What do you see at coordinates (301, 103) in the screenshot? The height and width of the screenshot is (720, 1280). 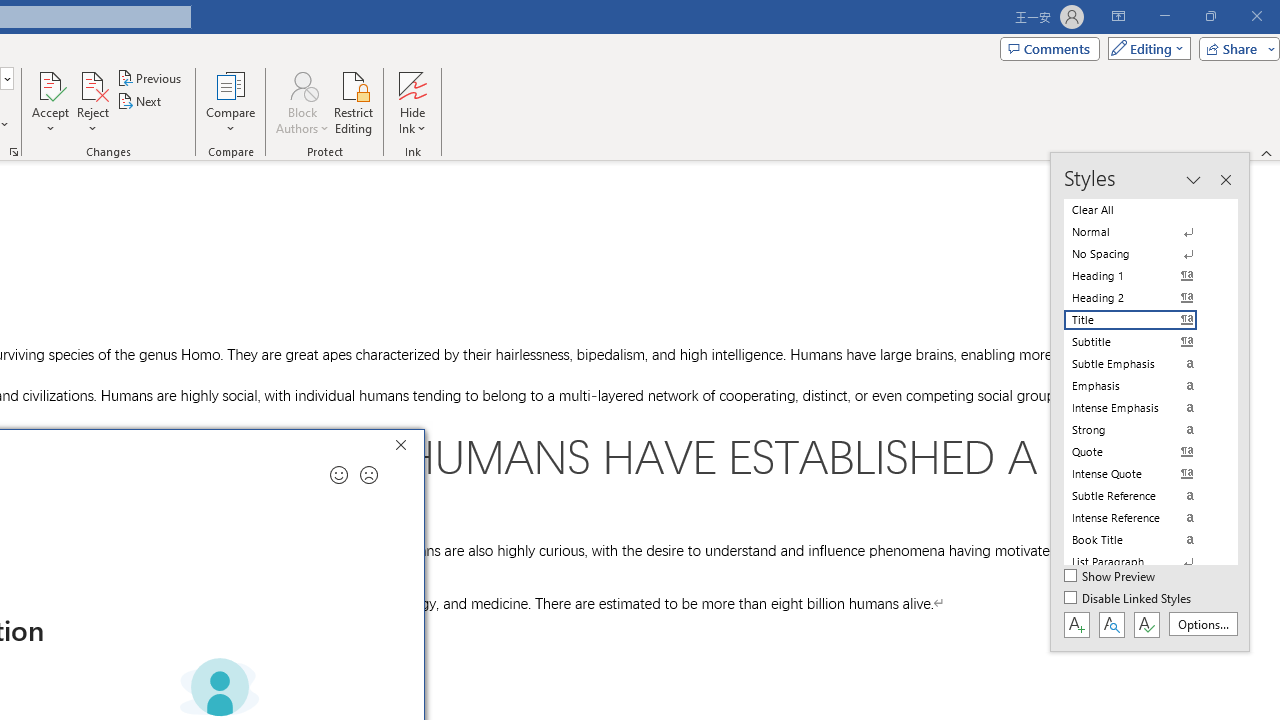 I see `'Block Authors'` at bounding box center [301, 103].